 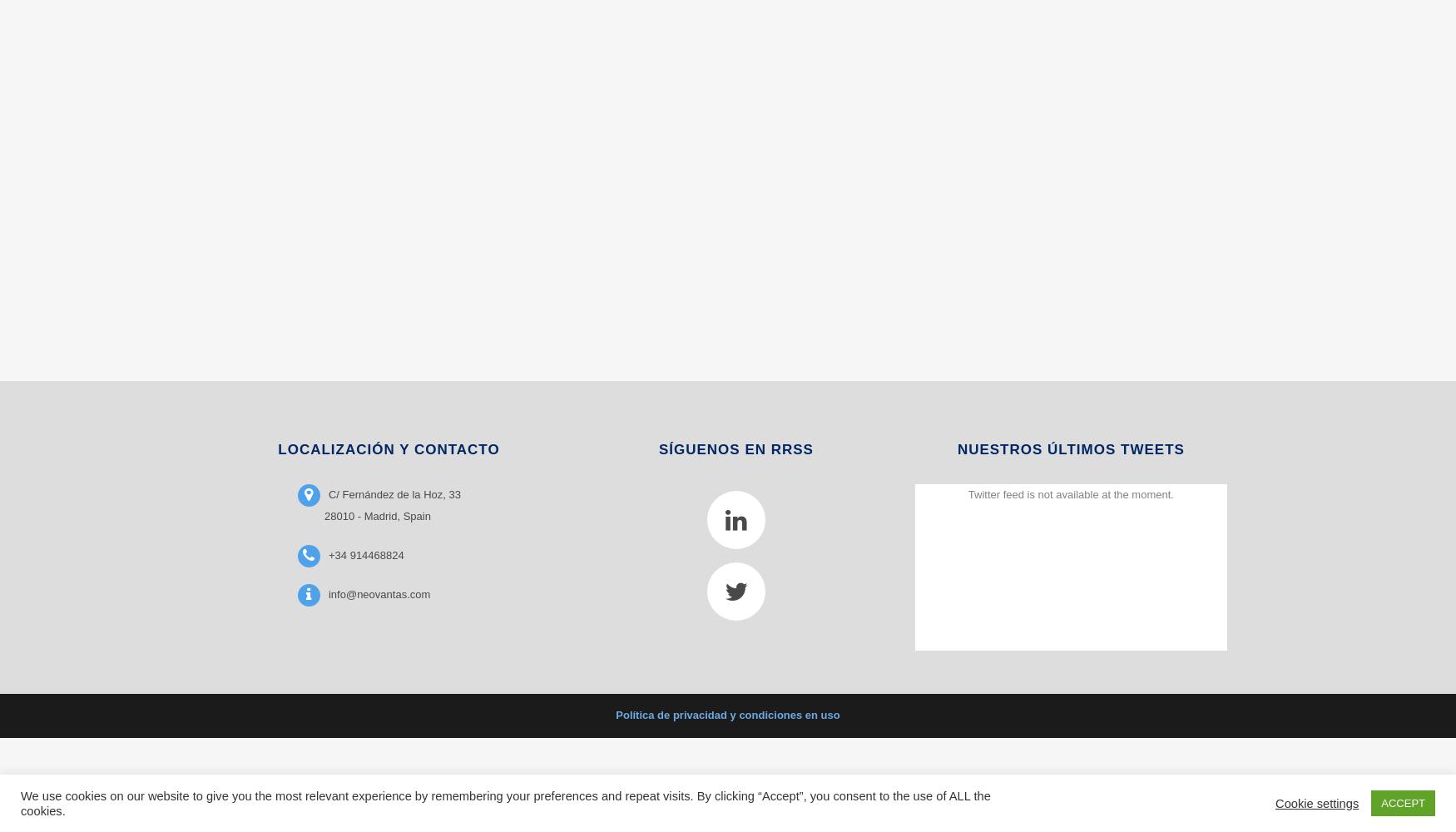 What do you see at coordinates (389, 448) in the screenshot?
I see `'LOCALIZACIÓN Y CONTACTO'` at bounding box center [389, 448].